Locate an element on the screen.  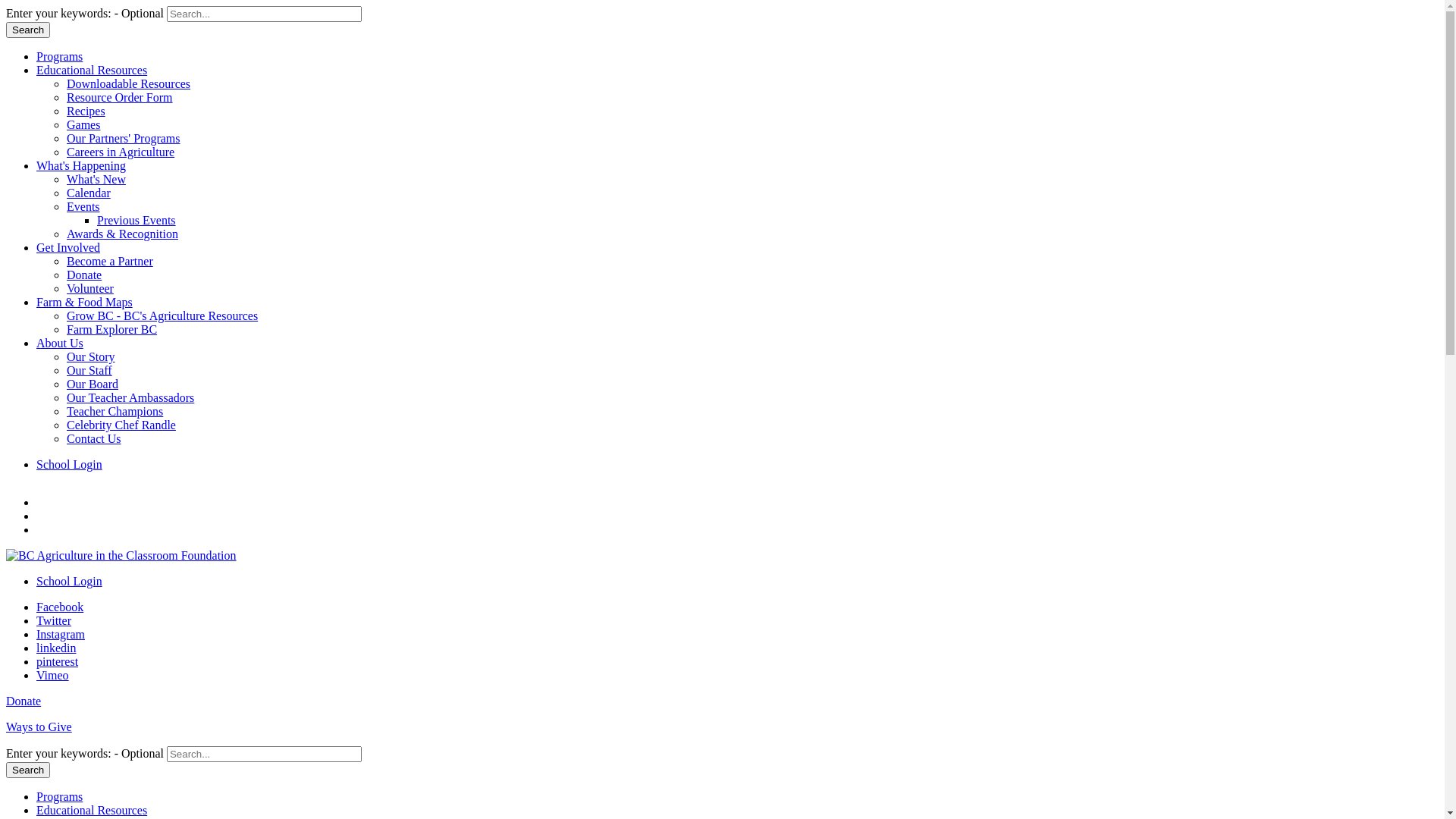
'Downloadable Resources' is located at coordinates (128, 83).